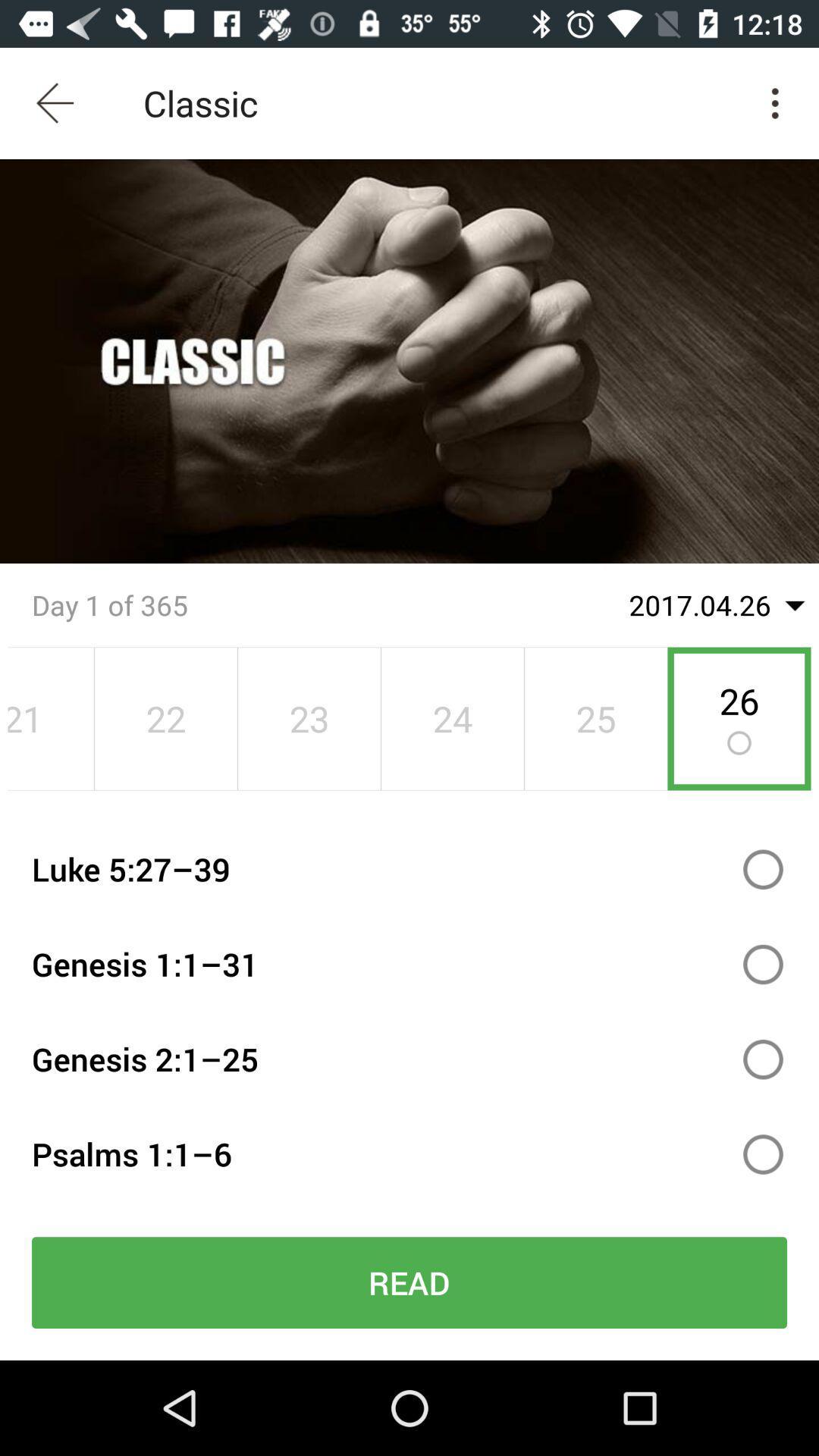 The image size is (819, 1456). Describe the element at coordinates (763, 964) in the screenshot. I see `click on genesis 1:1-31 to select` at that location.